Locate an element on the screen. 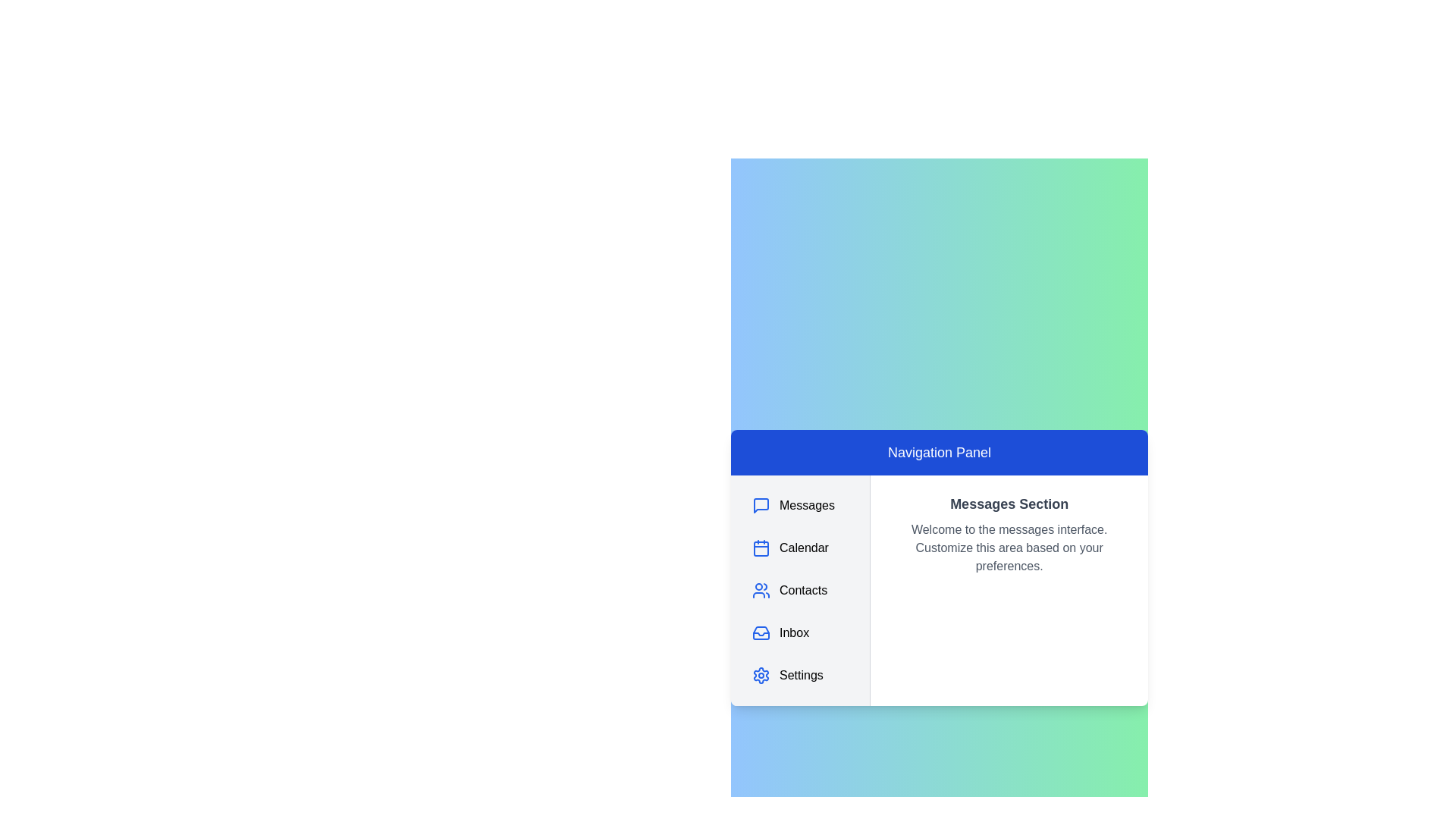 This screenshot has width=1456, height=819. the navigation panel item corresponding to Calendar is located at coordinates (799, 548).